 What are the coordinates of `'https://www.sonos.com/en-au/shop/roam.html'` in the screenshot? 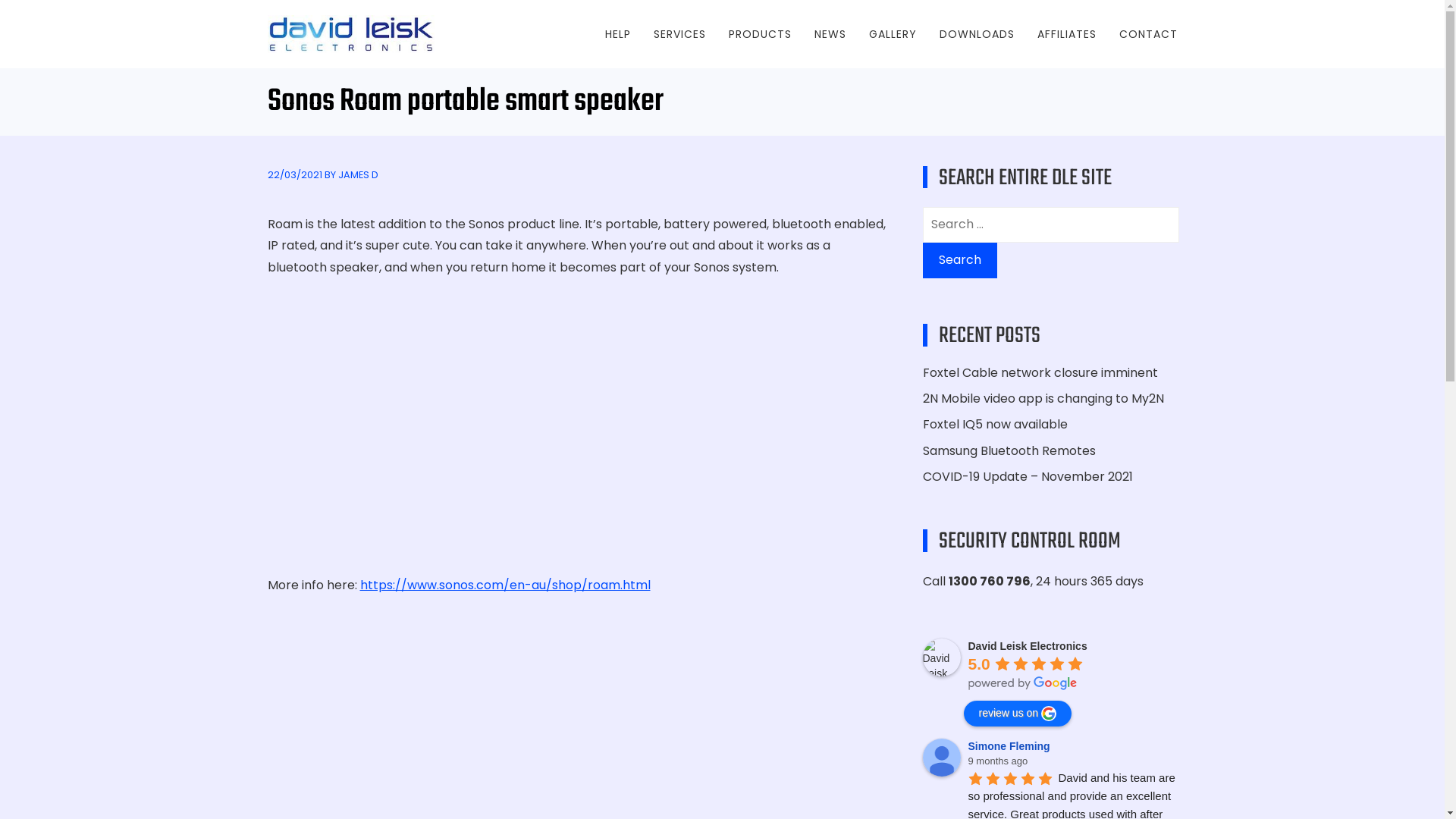 It's located at (504, 584).